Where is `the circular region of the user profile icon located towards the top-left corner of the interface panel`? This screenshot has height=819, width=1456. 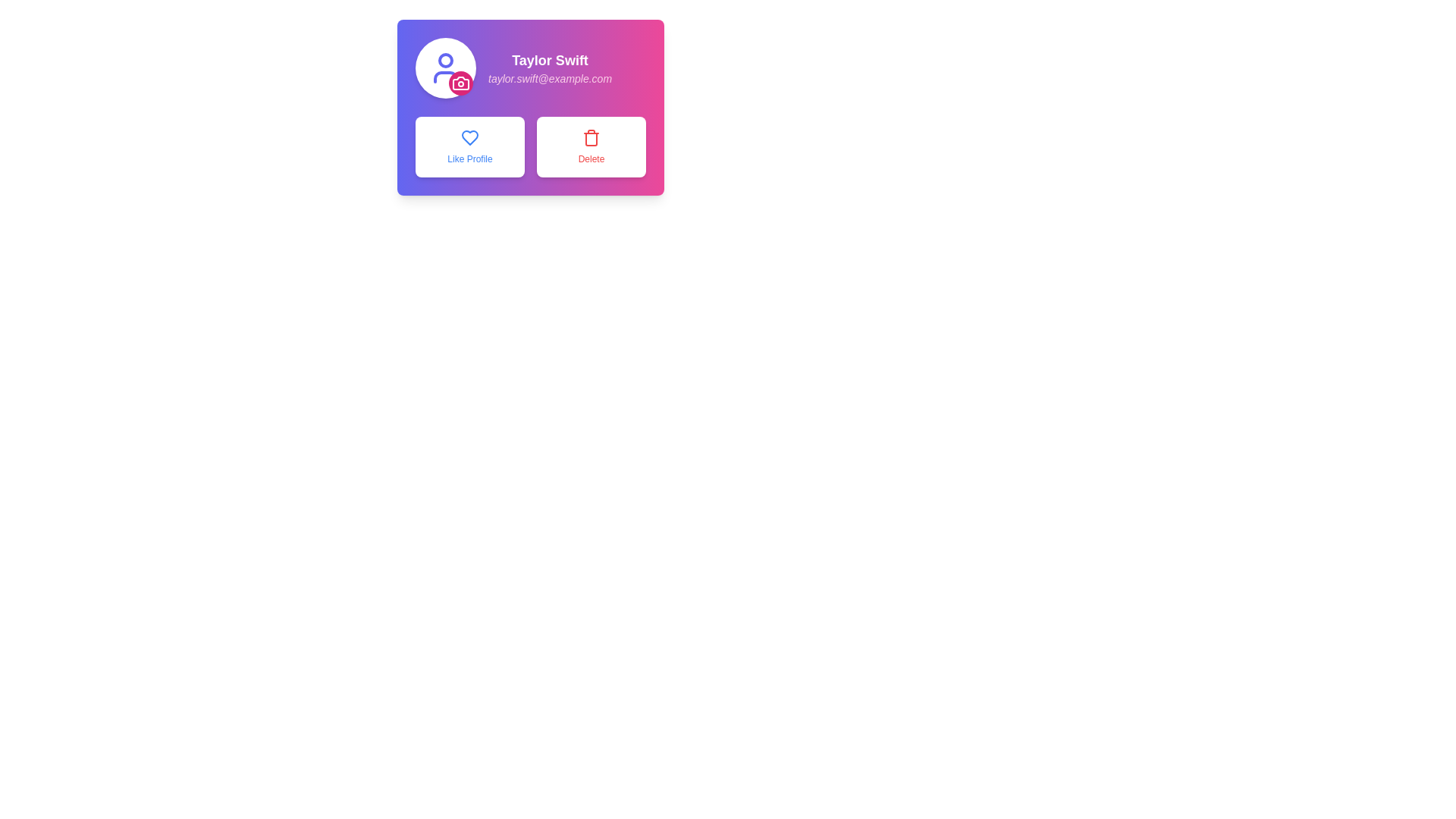 the circular region of the user profile icon located towards the top-left corner of the interface panel is located at coordinates (445, 60).